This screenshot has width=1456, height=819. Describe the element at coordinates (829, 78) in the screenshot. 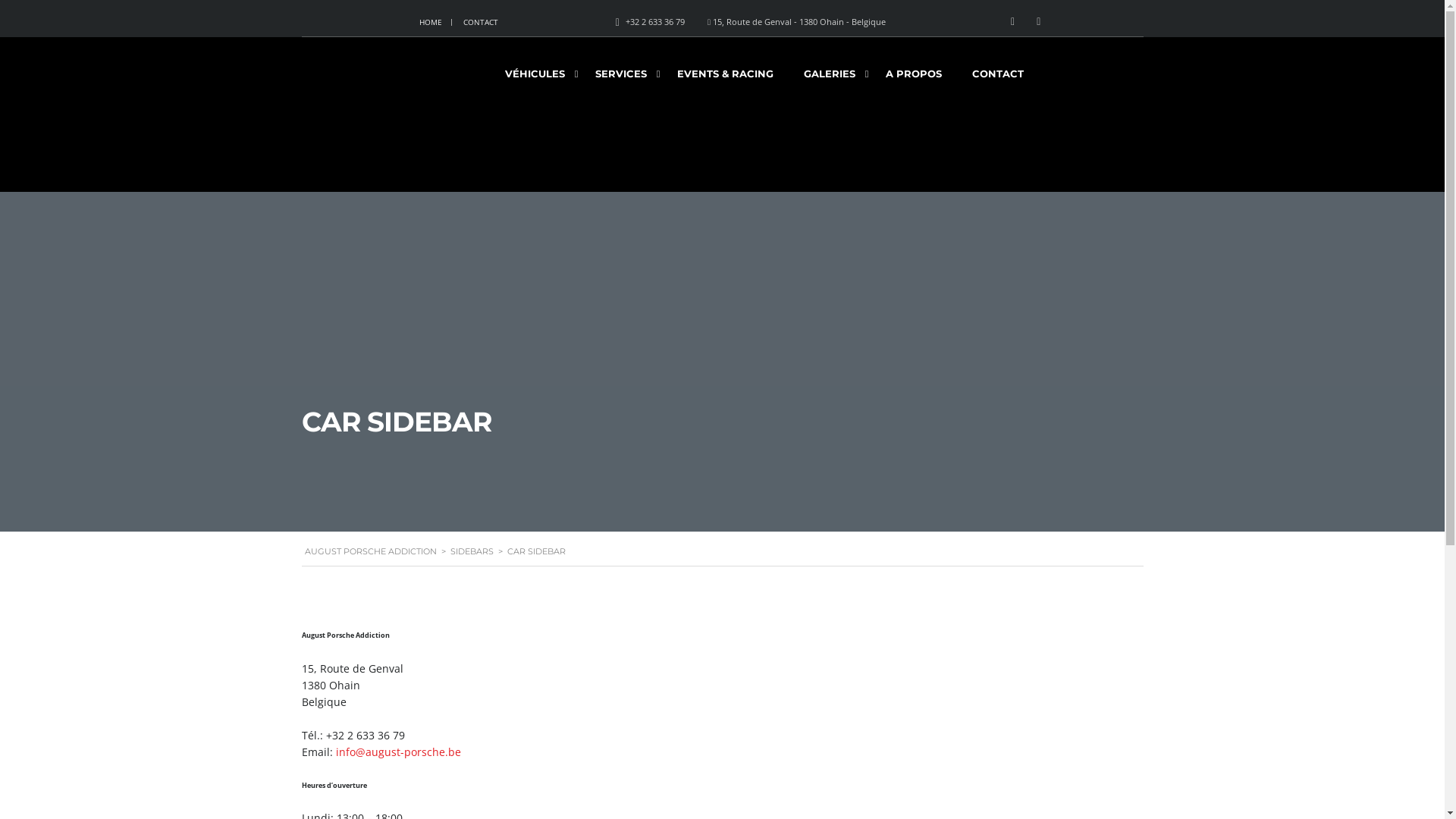

I see `'GALERIES'` at that location.